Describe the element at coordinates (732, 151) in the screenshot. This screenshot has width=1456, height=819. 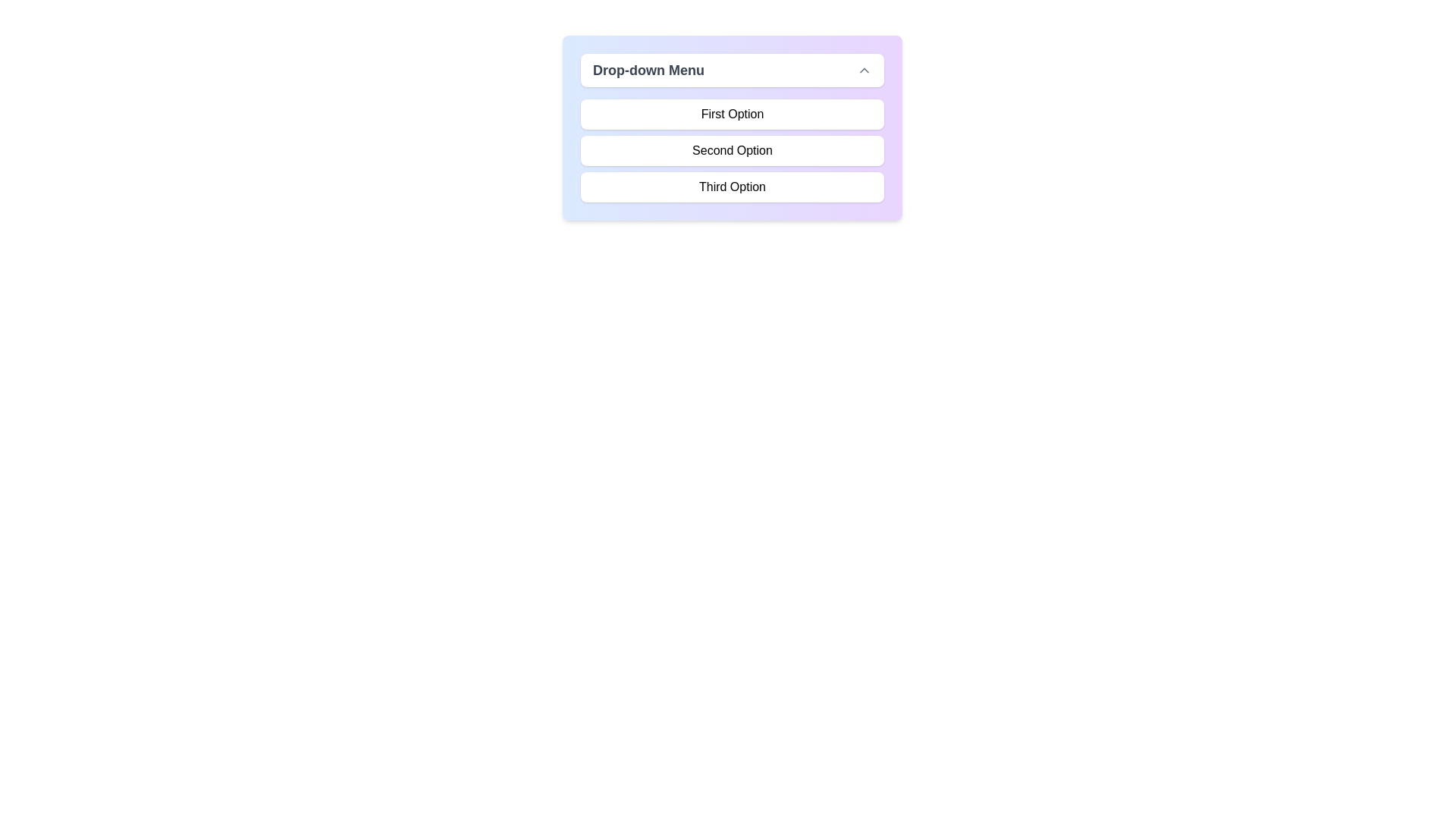
I see `the second menu option in the dropdown menu, located directly below 'First Option' and above 'Third Option'` at that location.